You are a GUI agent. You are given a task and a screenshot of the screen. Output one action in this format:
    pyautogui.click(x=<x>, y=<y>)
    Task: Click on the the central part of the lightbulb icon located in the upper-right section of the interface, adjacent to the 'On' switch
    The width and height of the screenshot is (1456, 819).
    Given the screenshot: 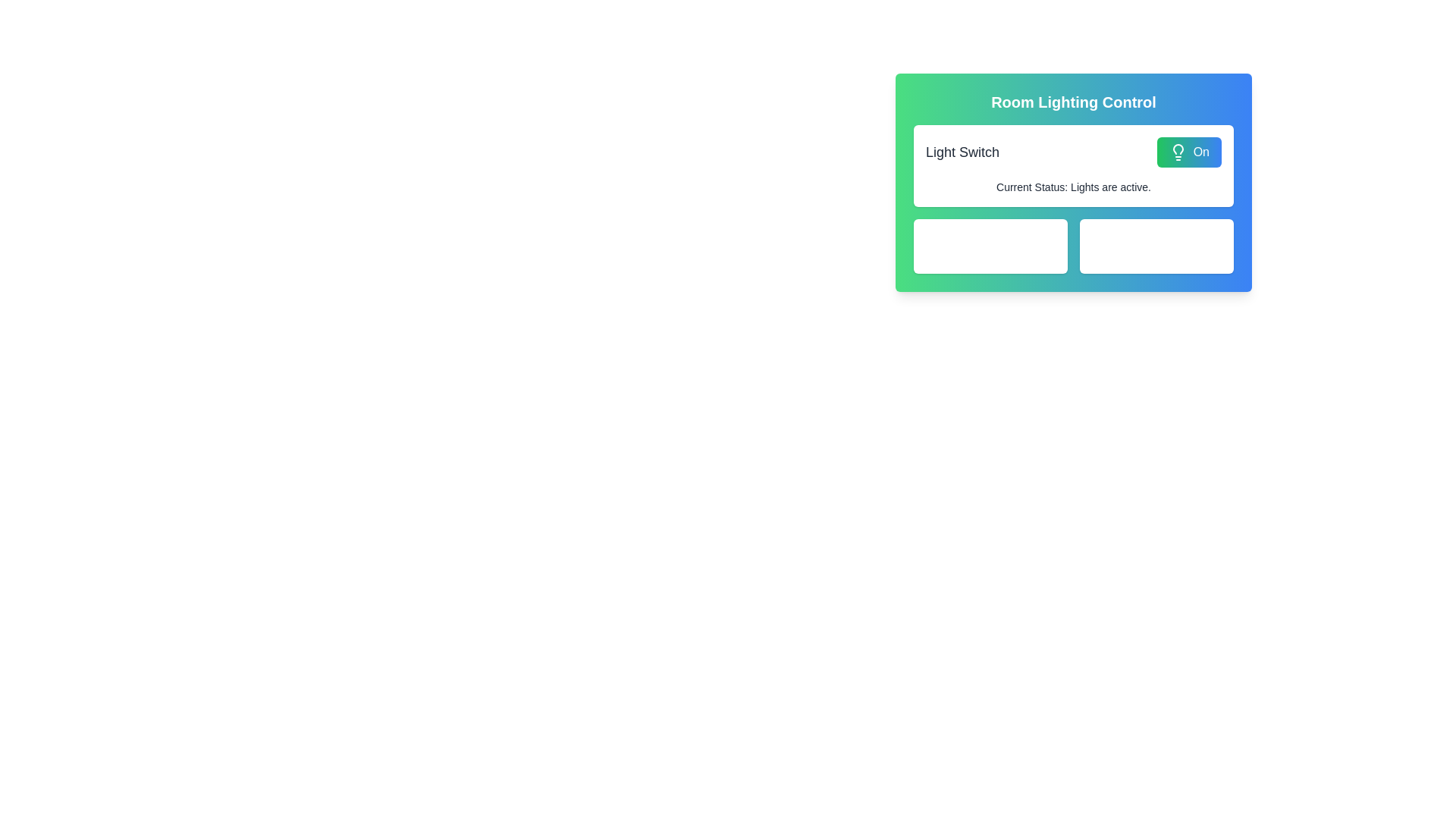 What is the action you would take?
    pyautogui.click(x=1177, y=149)
    